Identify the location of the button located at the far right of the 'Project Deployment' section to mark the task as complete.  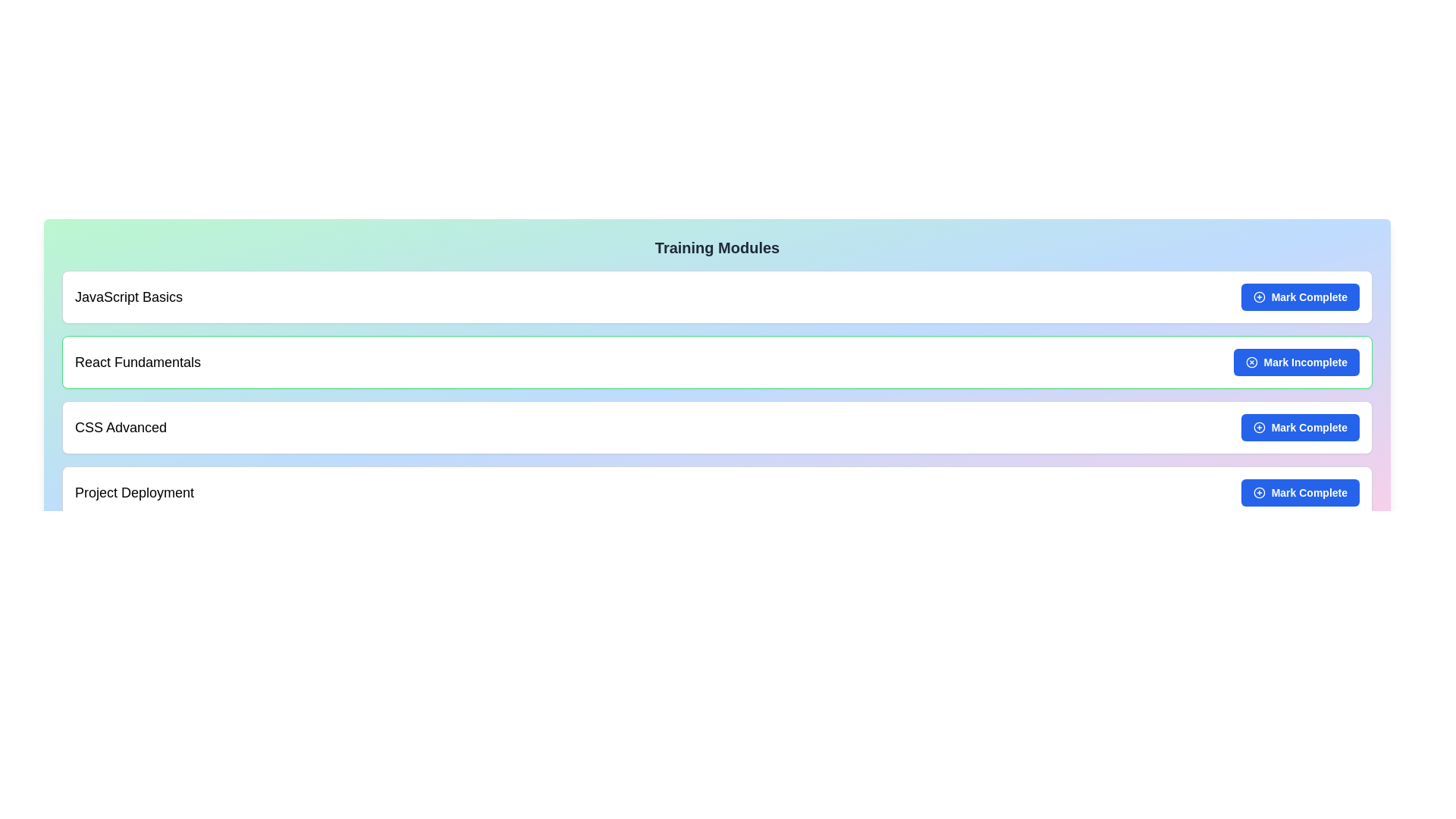
(1299, 493).